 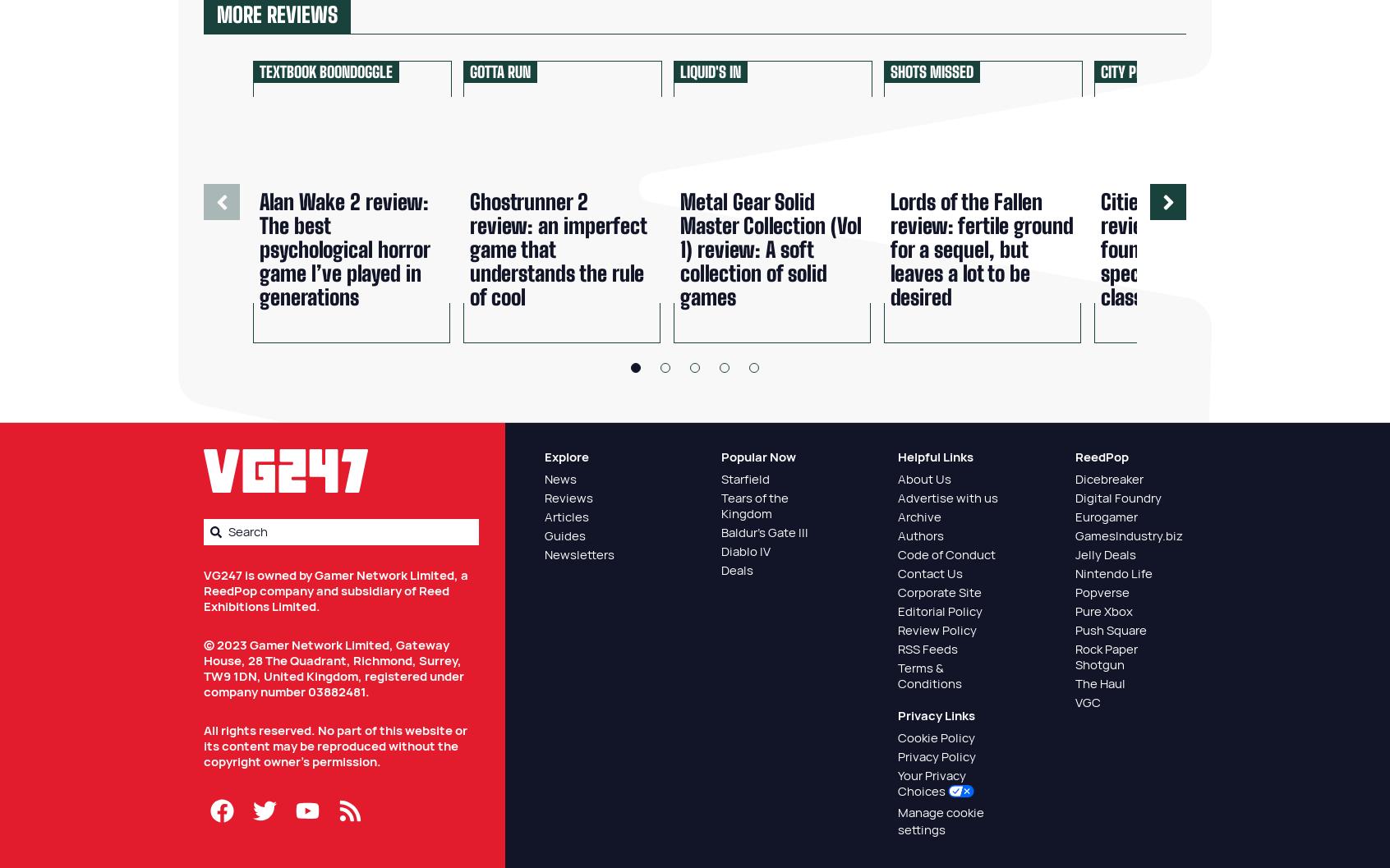 I want to click on 'Terms & Conditions', so click(x=928, y=675).